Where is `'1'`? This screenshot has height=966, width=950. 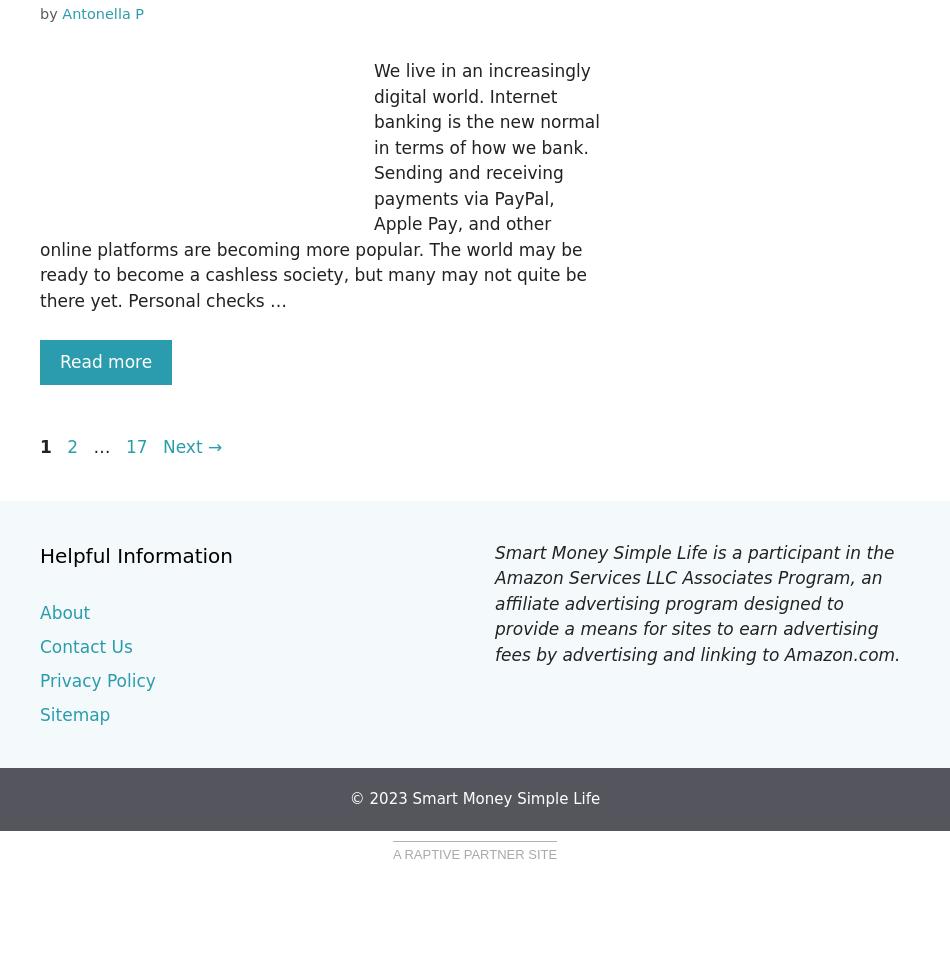
'1' is located at coordinates (39, 445).